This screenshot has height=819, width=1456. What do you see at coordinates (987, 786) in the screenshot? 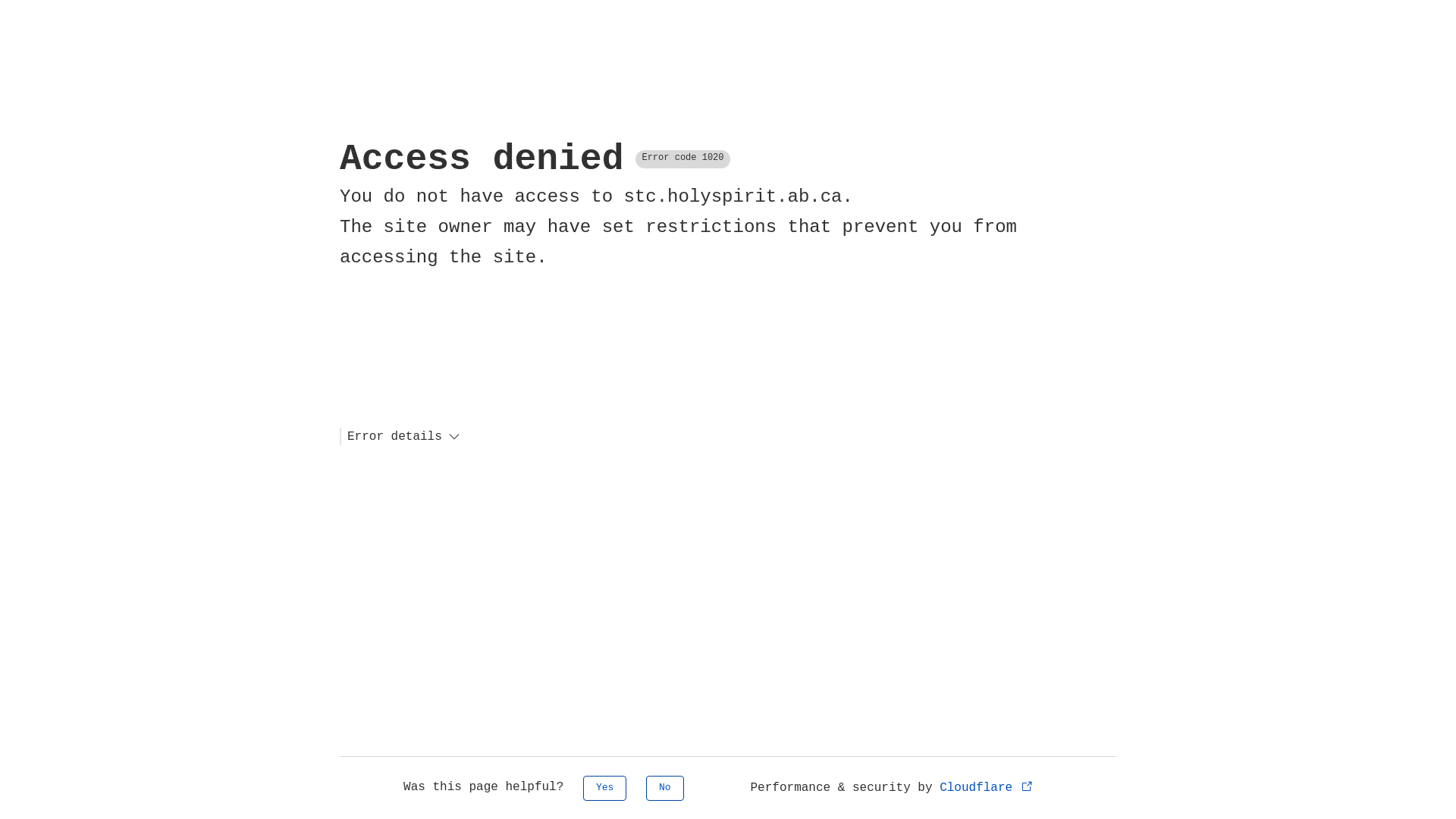
I see `'Cloudflare'` at bounding box center [987, 786].